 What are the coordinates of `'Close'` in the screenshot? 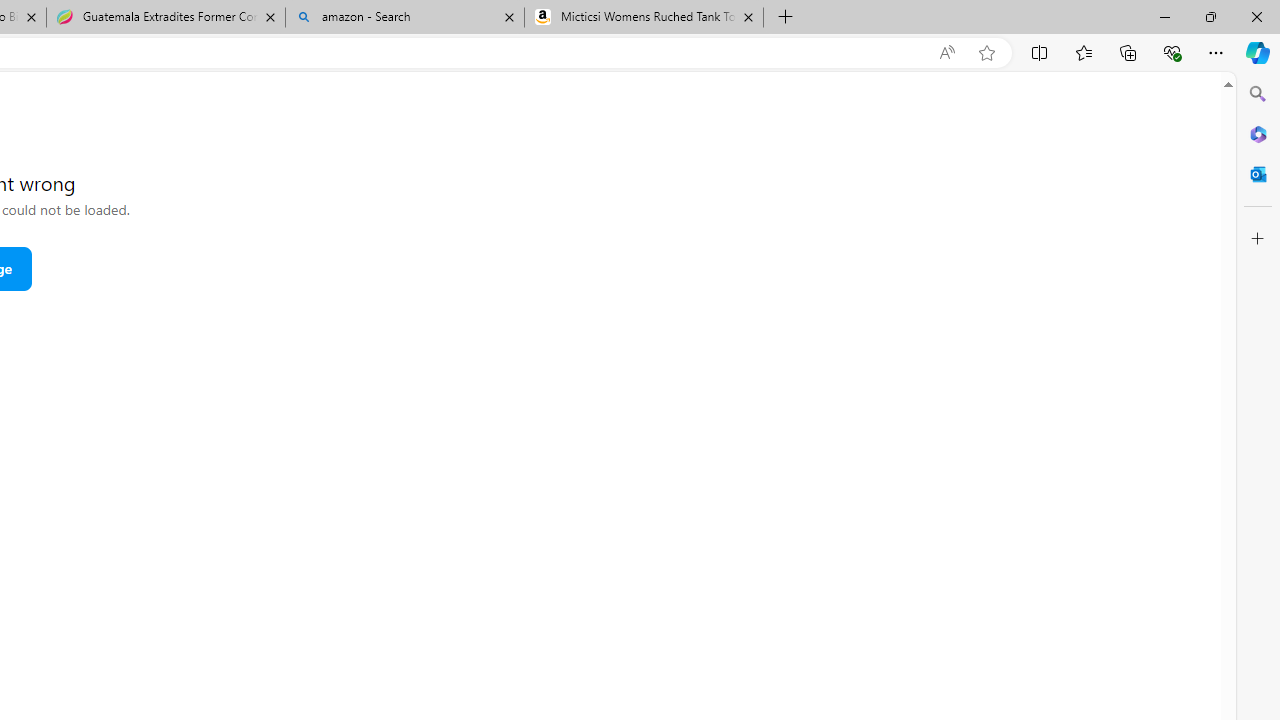 It's located at (1255, 16).